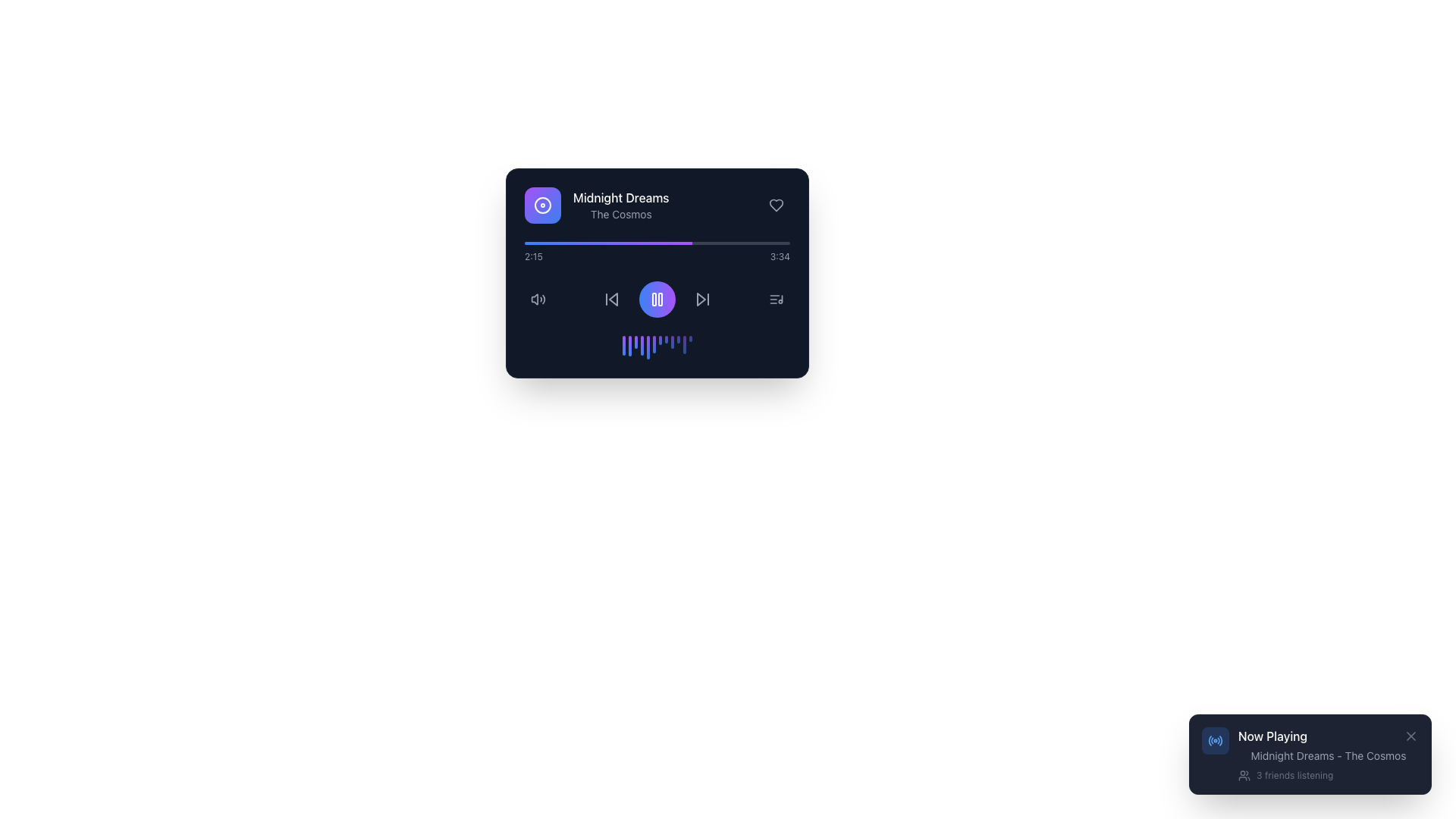  I want to click on the decorative waveform visualization component located at the bottom-center of the music player interface, so click(657, 347).